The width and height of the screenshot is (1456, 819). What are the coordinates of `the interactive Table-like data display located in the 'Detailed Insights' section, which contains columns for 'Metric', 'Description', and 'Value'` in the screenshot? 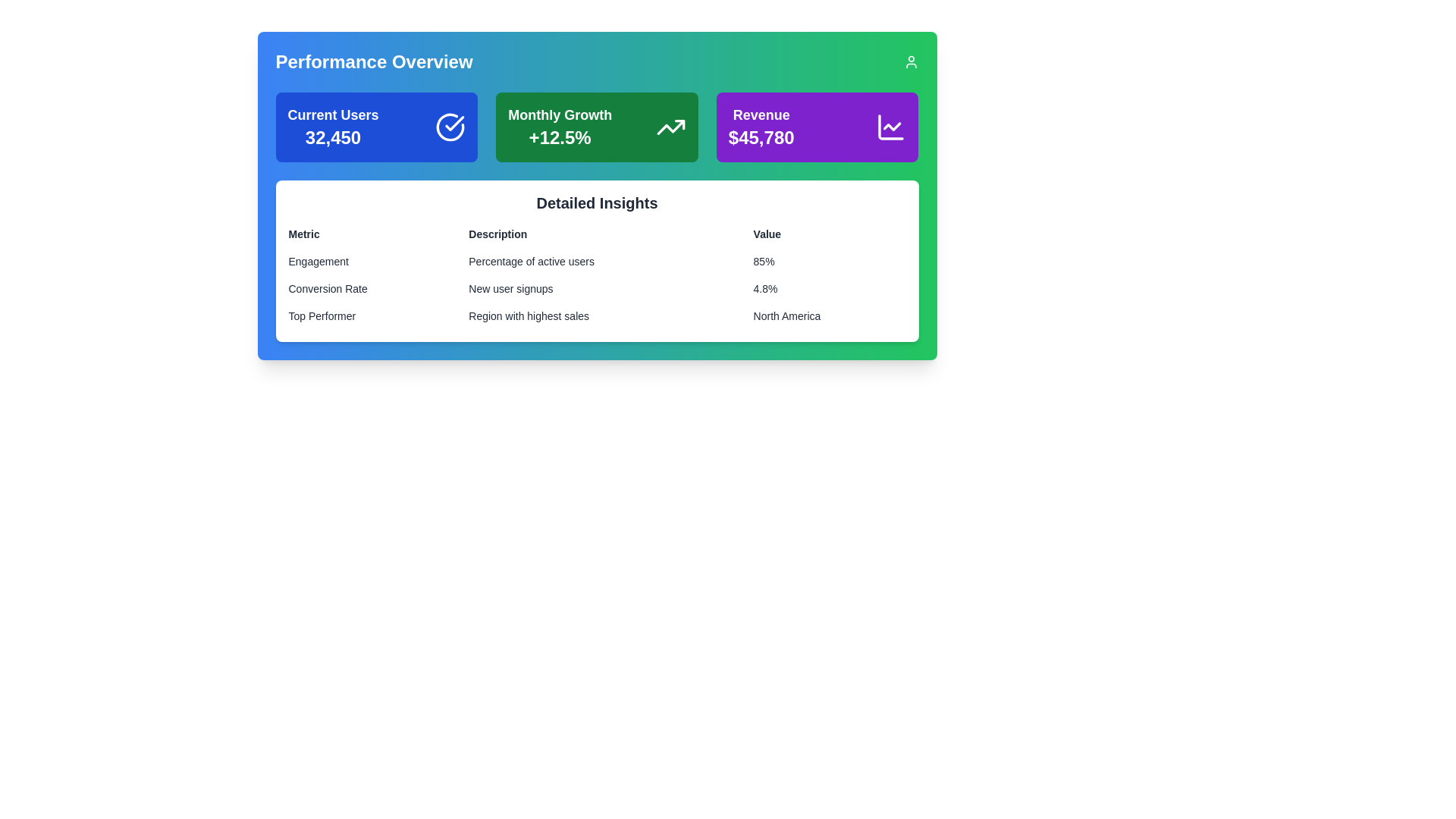 It's located at (596, 278).